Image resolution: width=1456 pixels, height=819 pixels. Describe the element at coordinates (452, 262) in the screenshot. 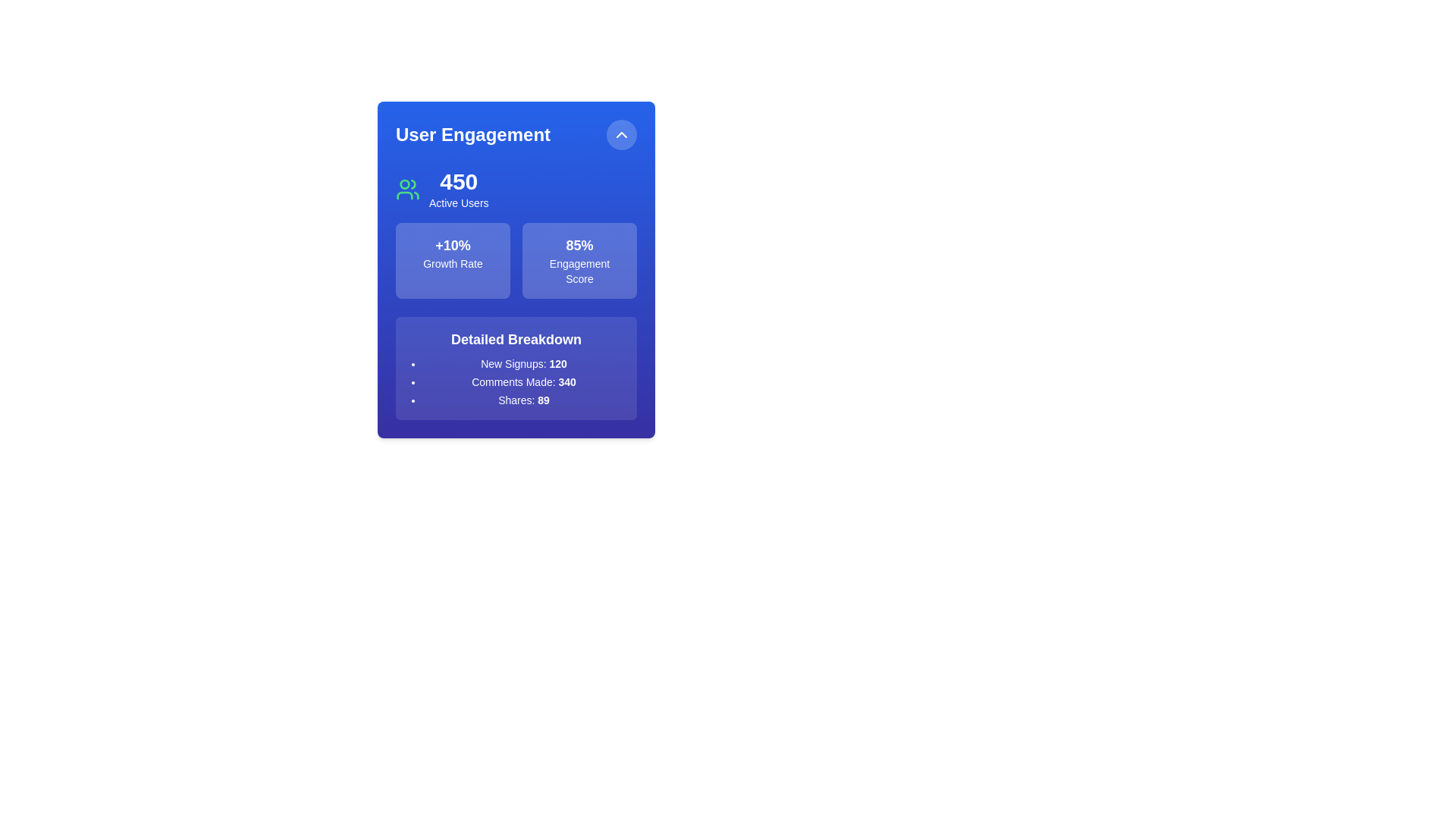

I see `the static text label displaying 'Growth Rate', which is located below the '+10%' percentage on a rounded rectangular card in the center-left region of the interface` at that location.